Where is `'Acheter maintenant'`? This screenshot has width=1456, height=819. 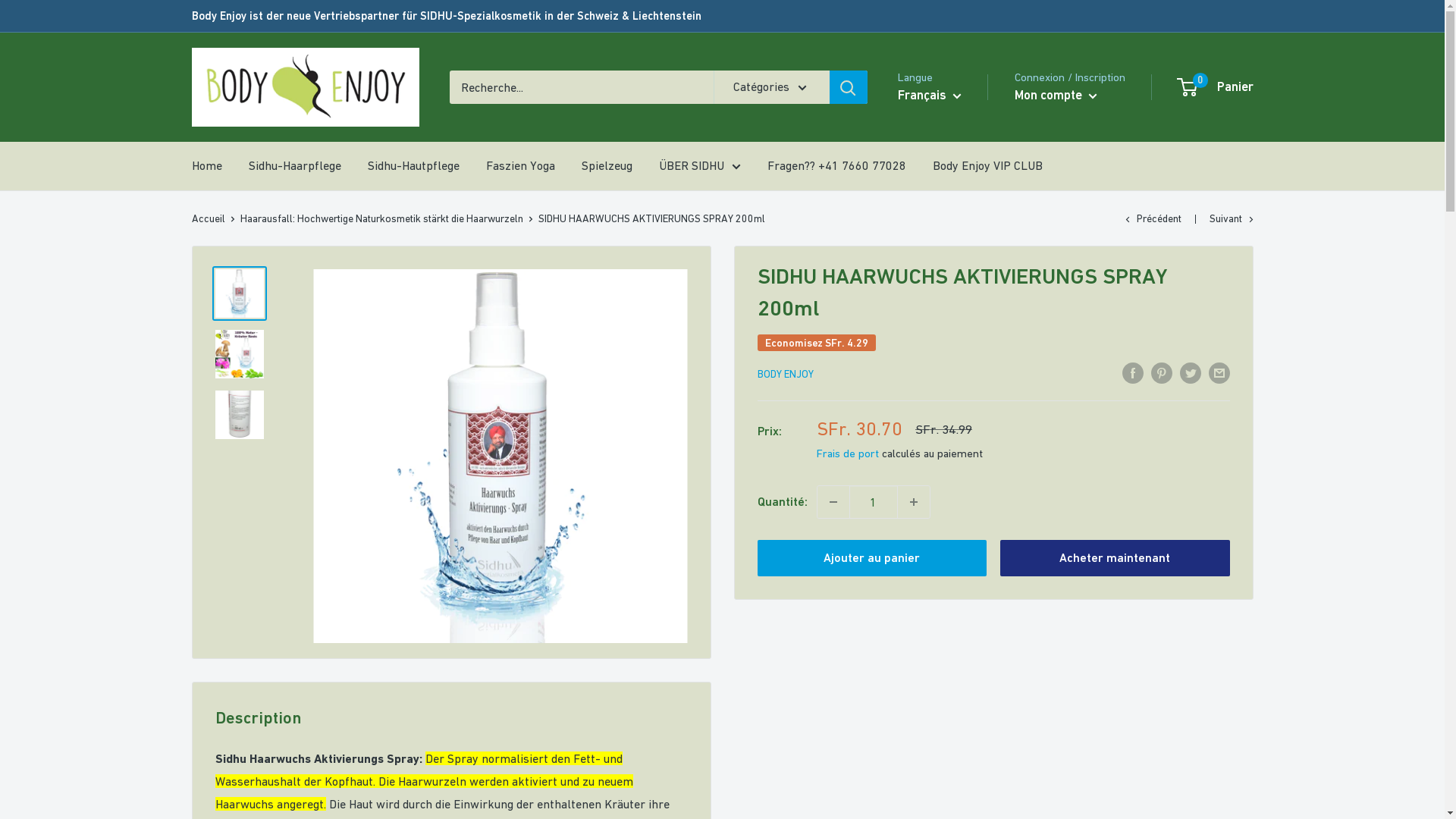
'Acheter maintenant' is located at coordinates (1115, 558).